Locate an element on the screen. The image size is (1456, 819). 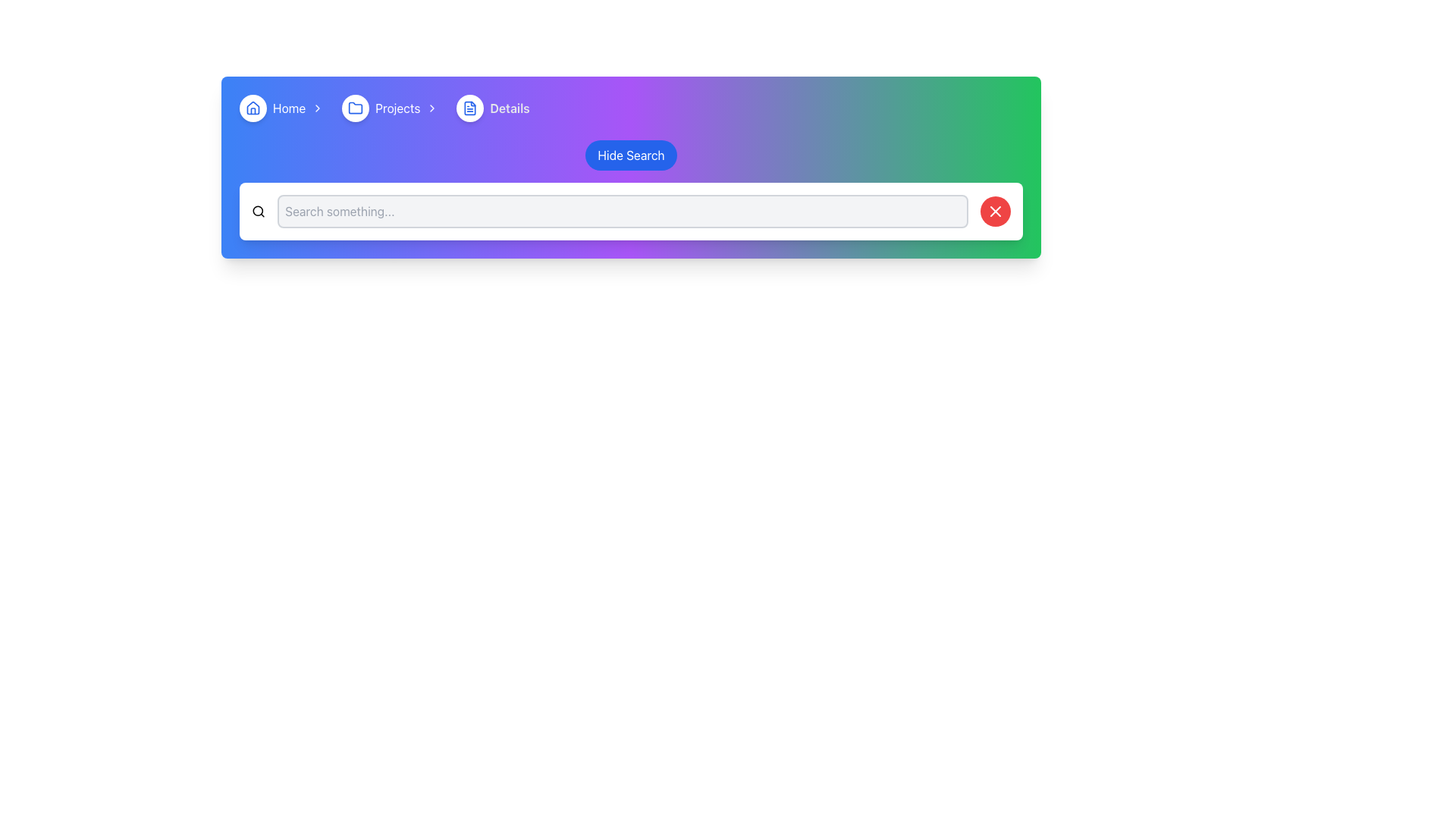
the 'Details' text label in the breadcrumb navigation bar is located at coordinates (510, 107).